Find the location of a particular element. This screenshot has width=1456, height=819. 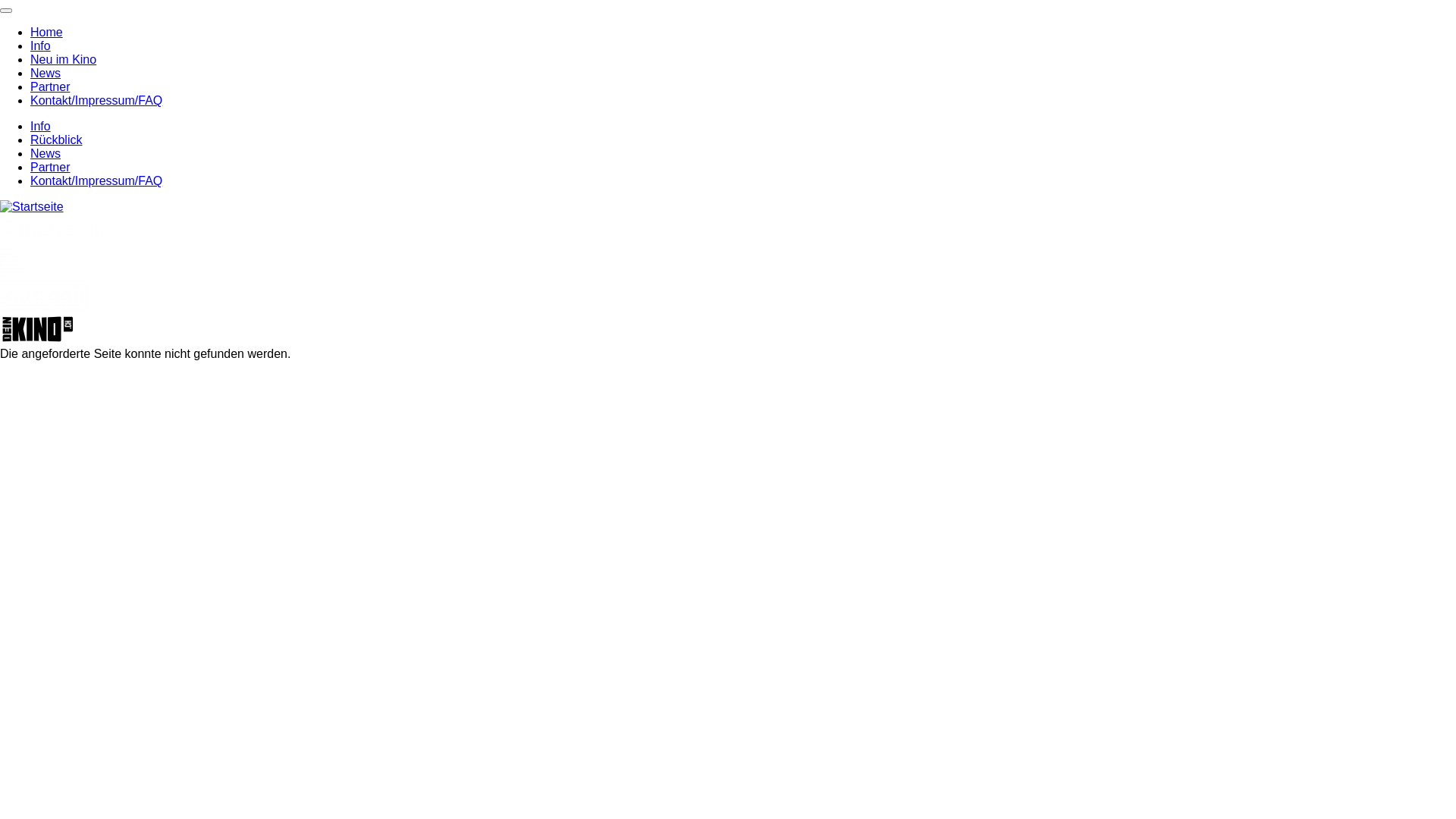

'Direkt zum Inhalt' is located at coordinates (0, 0).